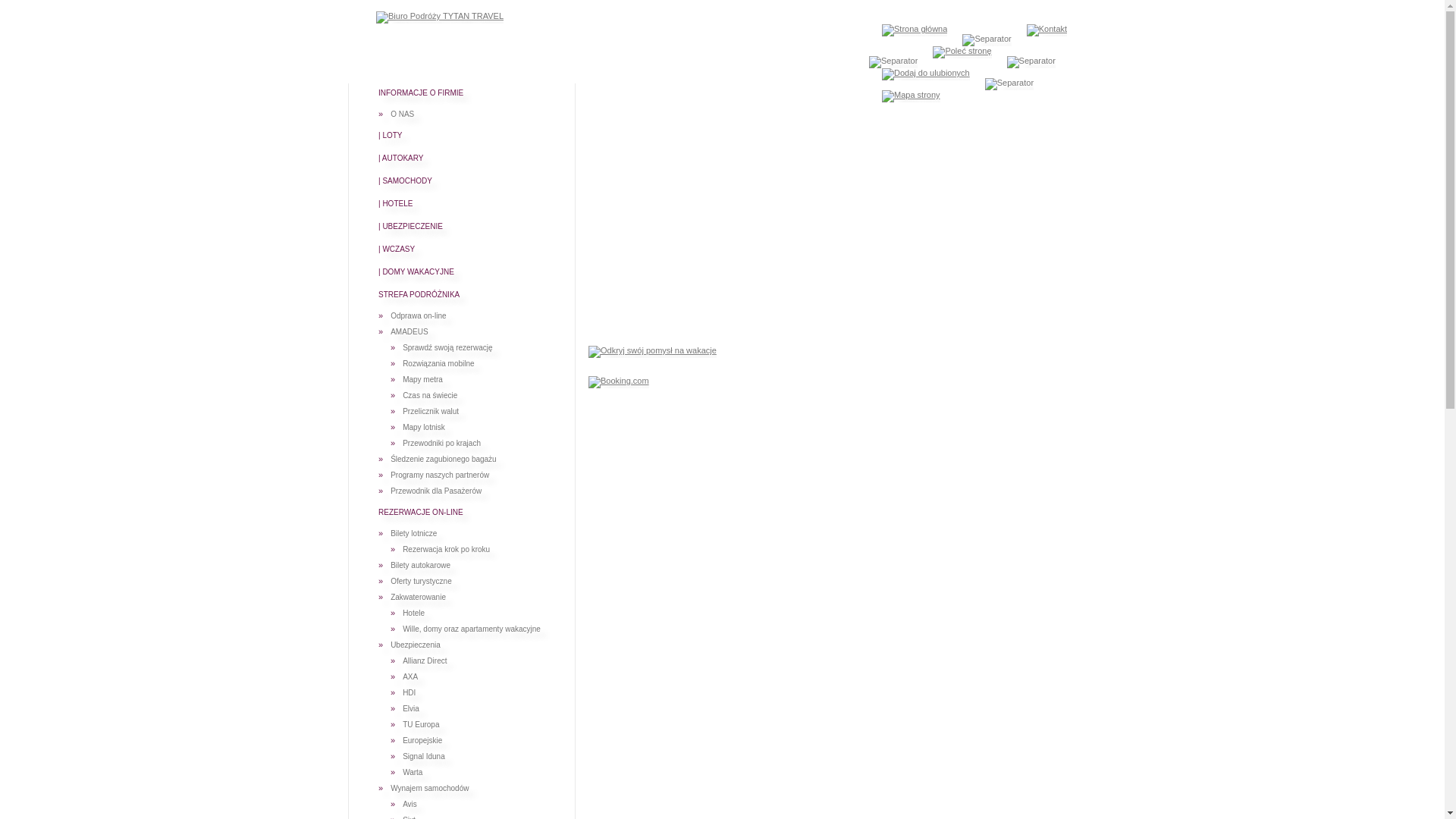 This screenshot has height=819, width=1456. I want to click on 'Zakwaterowanie', so click(390, 596).